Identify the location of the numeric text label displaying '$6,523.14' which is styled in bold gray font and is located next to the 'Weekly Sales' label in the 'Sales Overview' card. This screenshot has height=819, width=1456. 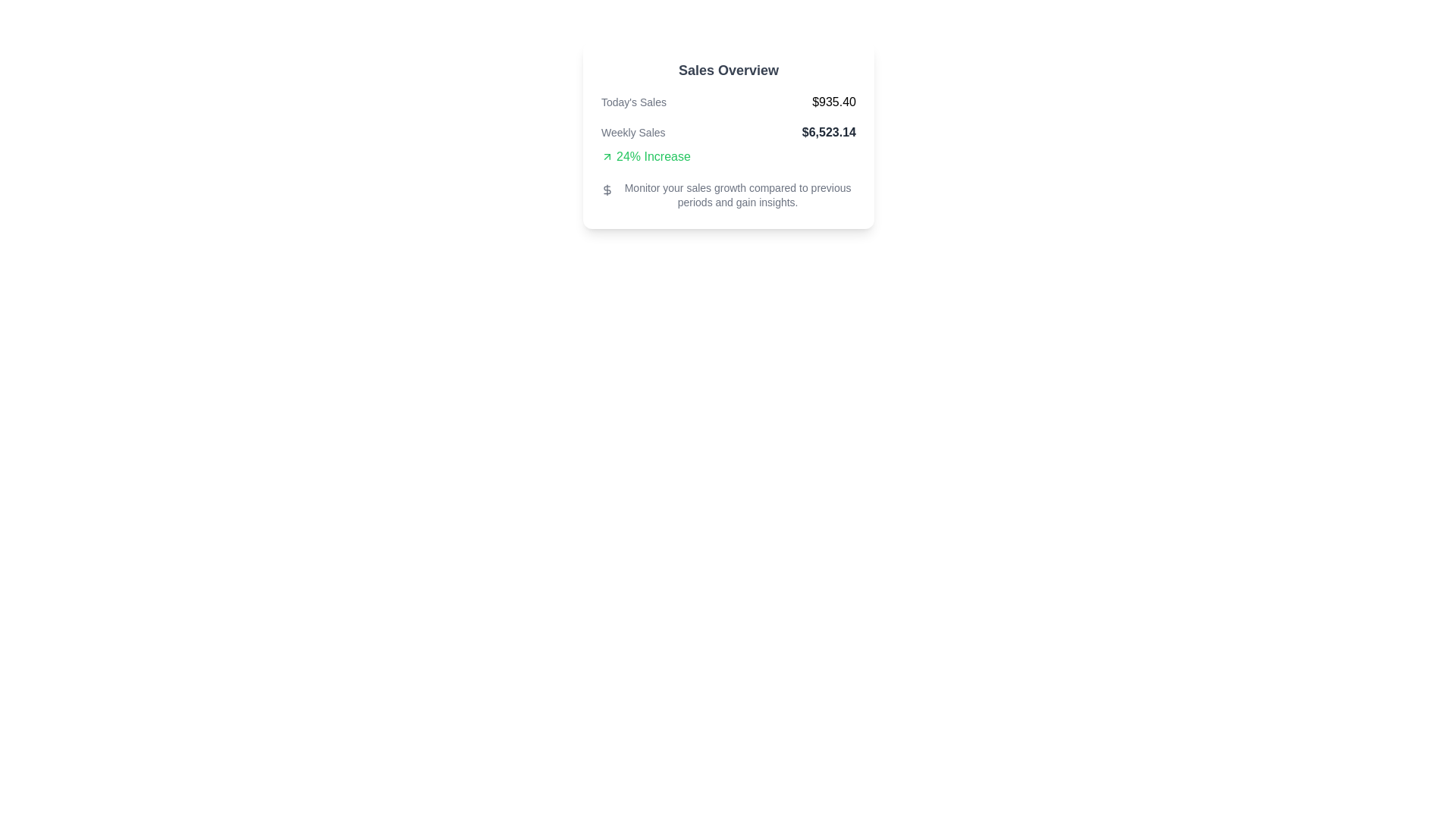
(828, 131).